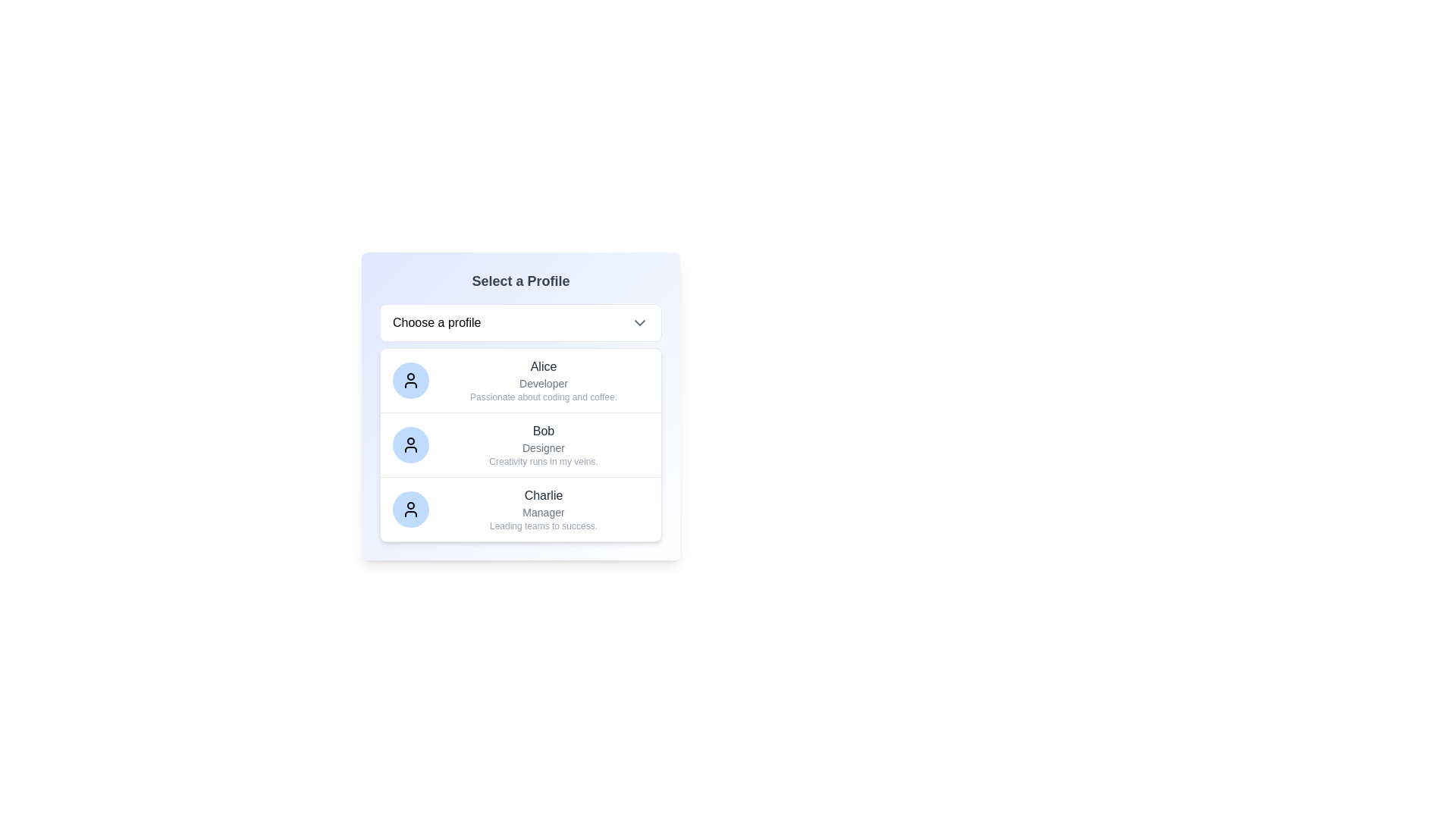 Image resolution: width=1456 pixels, height=819 pixels. What do you see at coordinates (436, 322) in the screenshot?
I see `the text label reading 'Choose a profile' located on the left side of the dropdown menu header, adjacent to the chevron down icon` at bounding box center [436, 322].